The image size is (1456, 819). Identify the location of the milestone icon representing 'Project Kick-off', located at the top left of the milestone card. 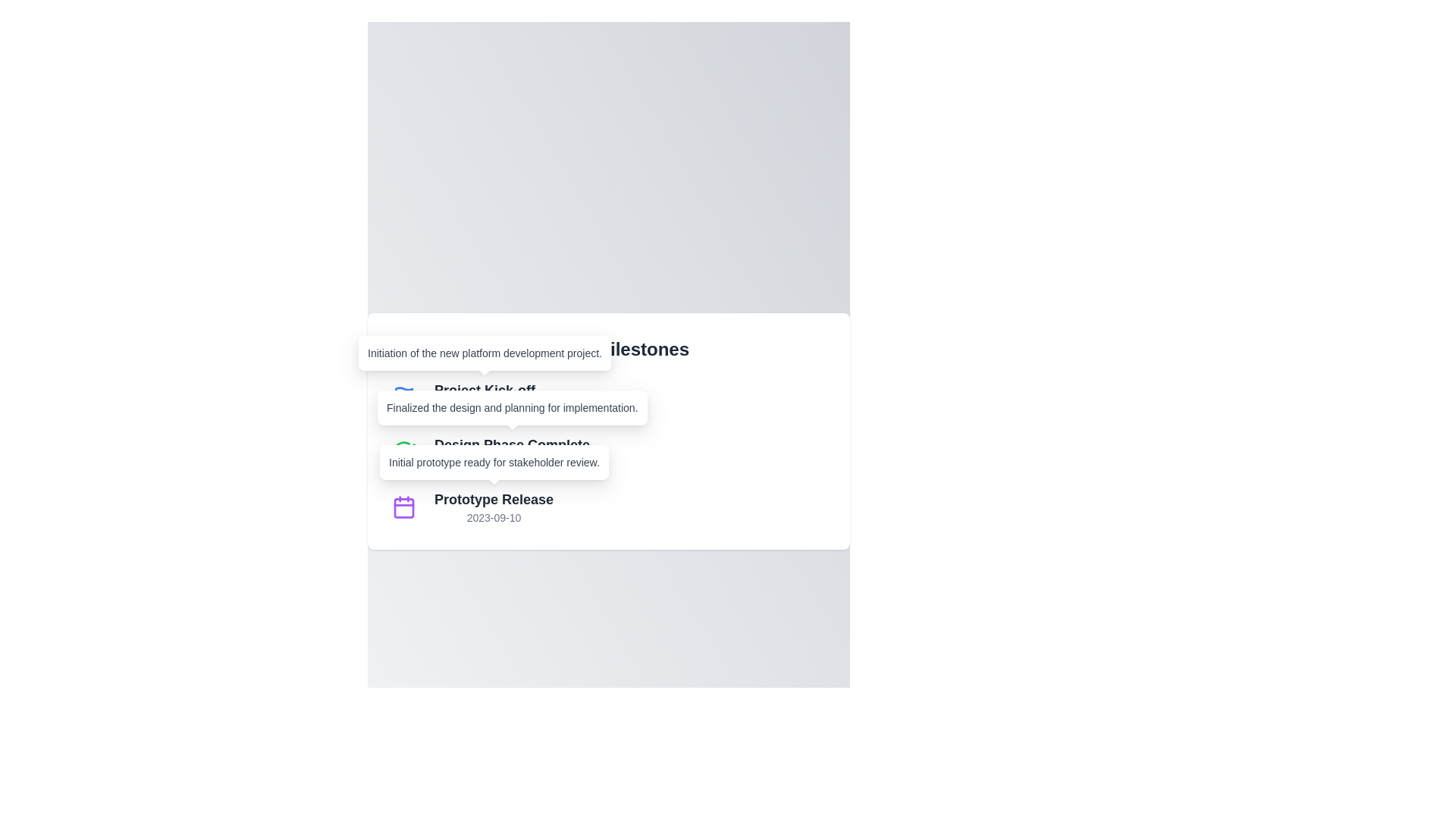
(403, 397).